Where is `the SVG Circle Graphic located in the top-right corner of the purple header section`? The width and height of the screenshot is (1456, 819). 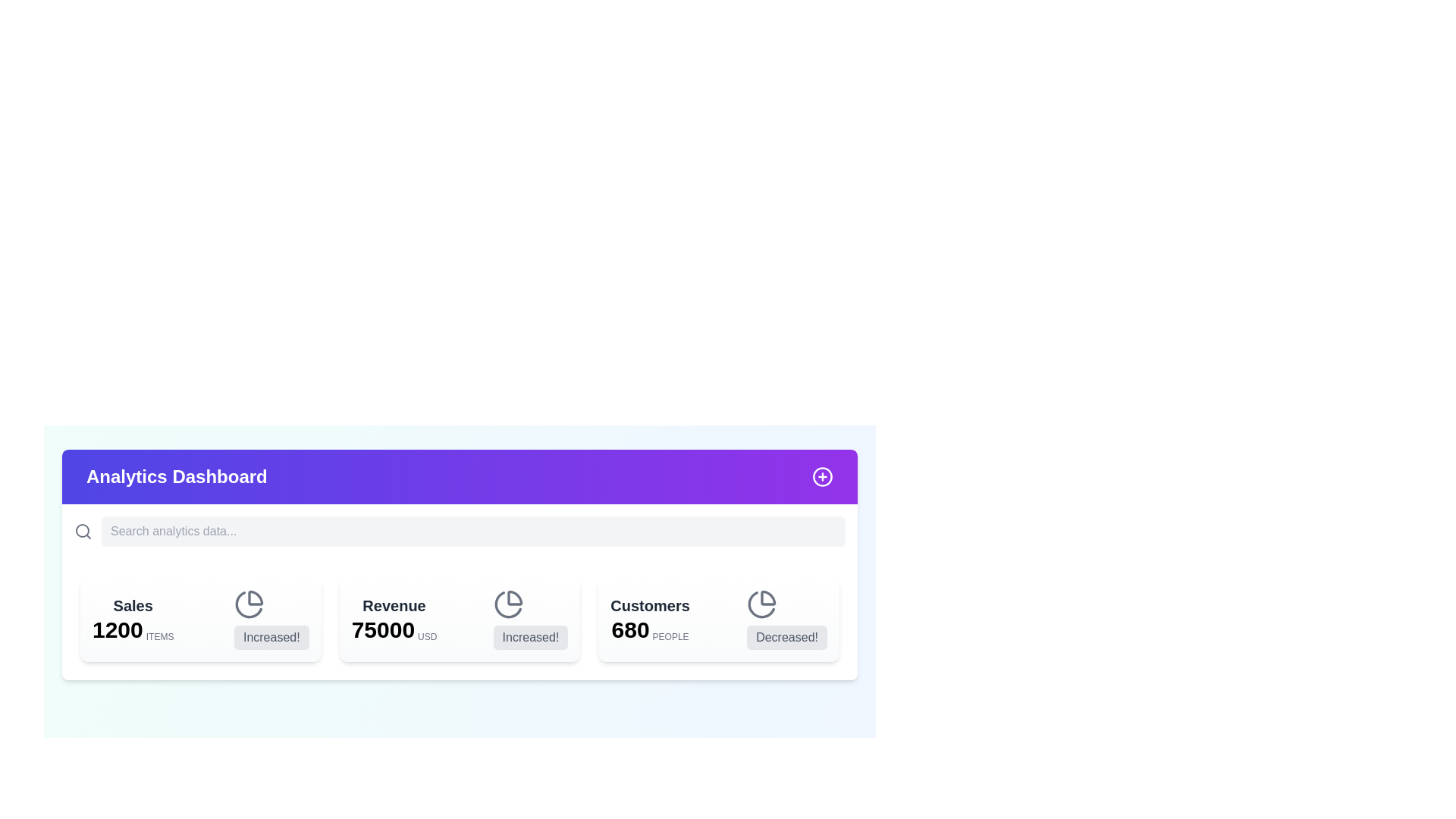
the SVG Circle Graphic located in the top-right corner of the purple header section is located at coordinates (821, 475).